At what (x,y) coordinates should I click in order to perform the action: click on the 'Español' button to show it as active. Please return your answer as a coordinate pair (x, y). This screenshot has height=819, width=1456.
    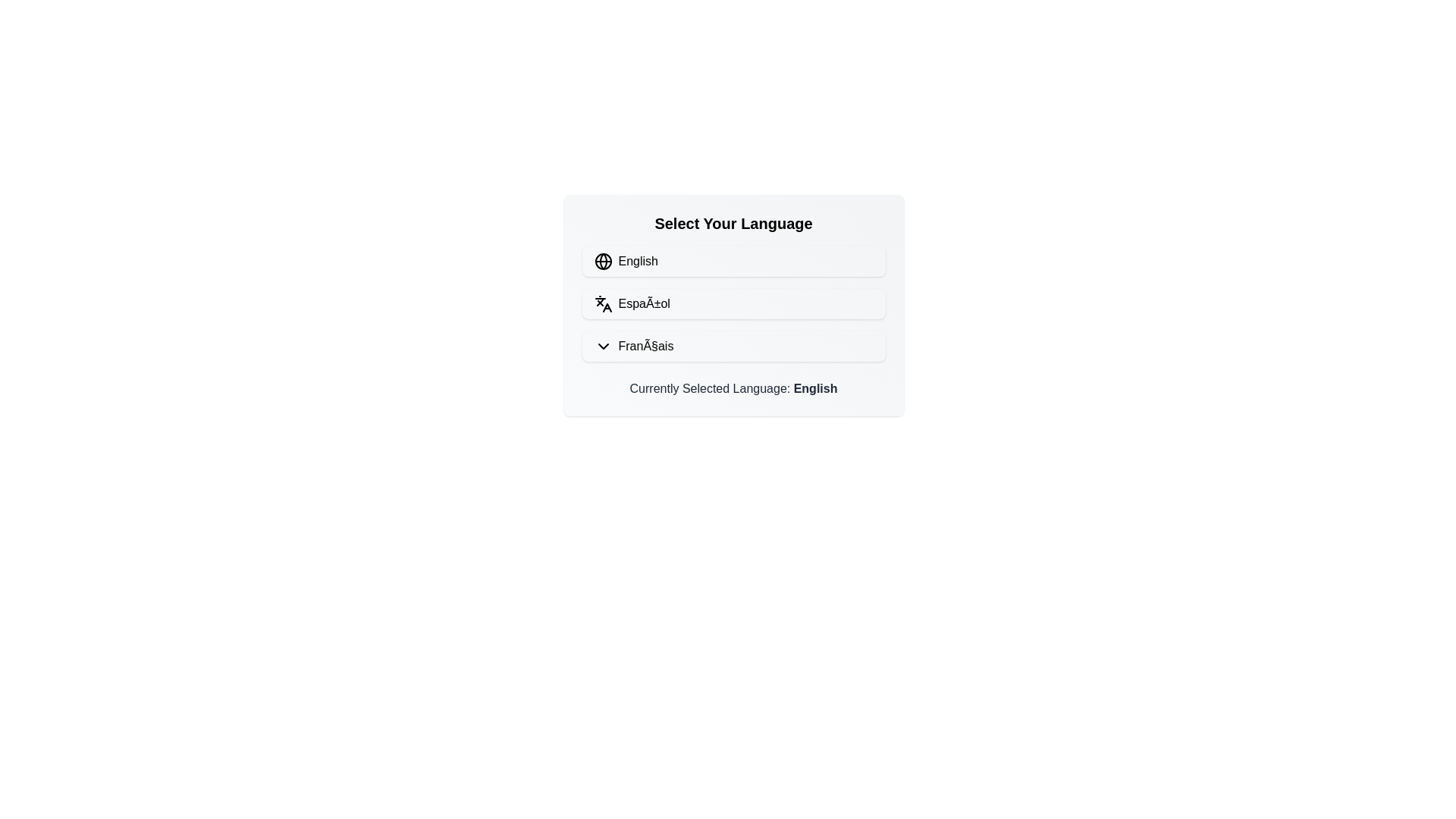
    Looking at the image, I should click on (733, 304).